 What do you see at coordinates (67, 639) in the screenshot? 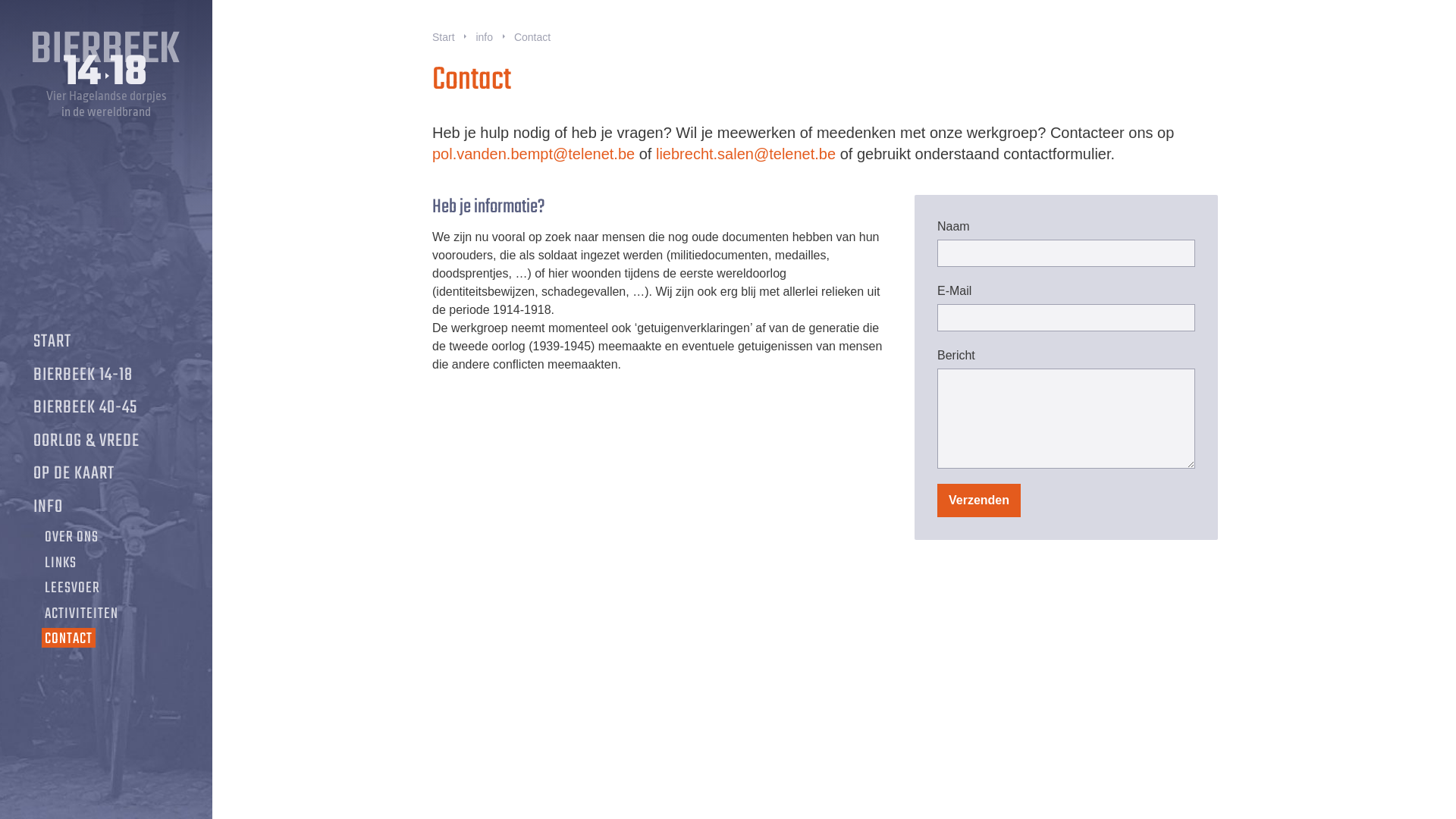
I see `'CONTACT'` at bounding box center [67, 639].